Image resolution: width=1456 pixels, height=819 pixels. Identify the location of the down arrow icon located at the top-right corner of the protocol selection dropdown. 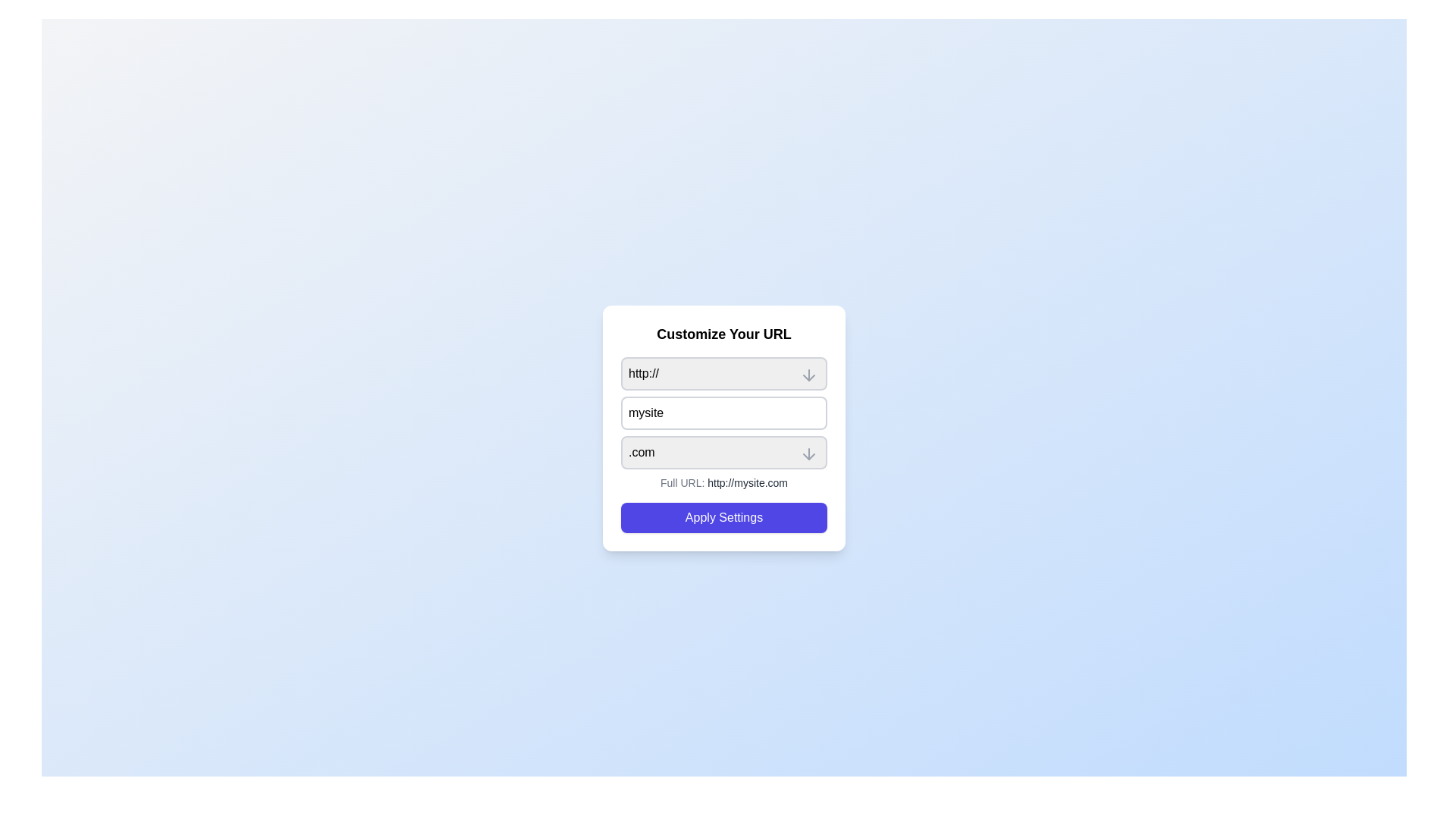
(808, 375).